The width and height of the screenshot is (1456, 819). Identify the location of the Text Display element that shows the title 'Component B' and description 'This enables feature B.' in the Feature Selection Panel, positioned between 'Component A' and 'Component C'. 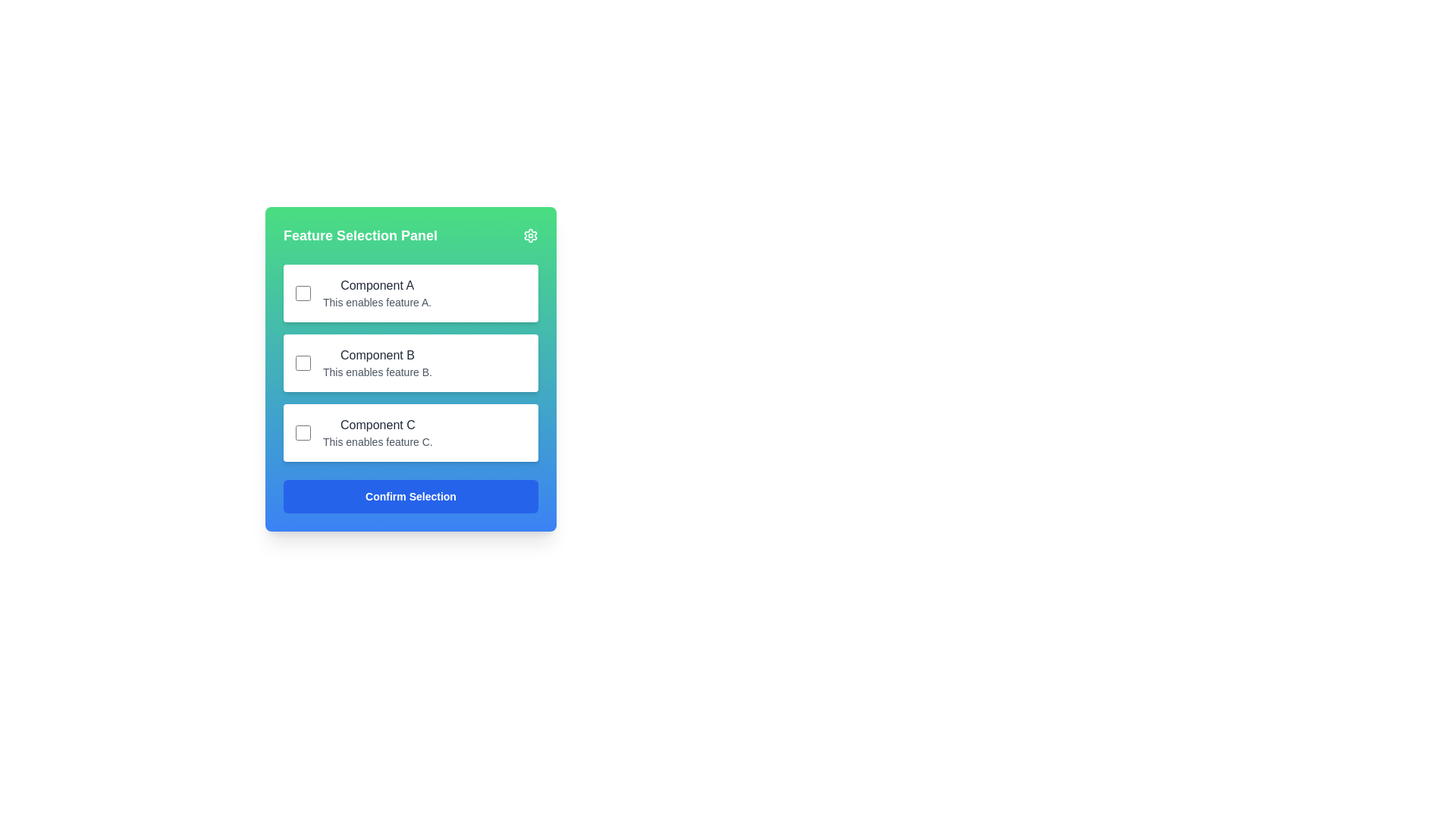
(378, 362).